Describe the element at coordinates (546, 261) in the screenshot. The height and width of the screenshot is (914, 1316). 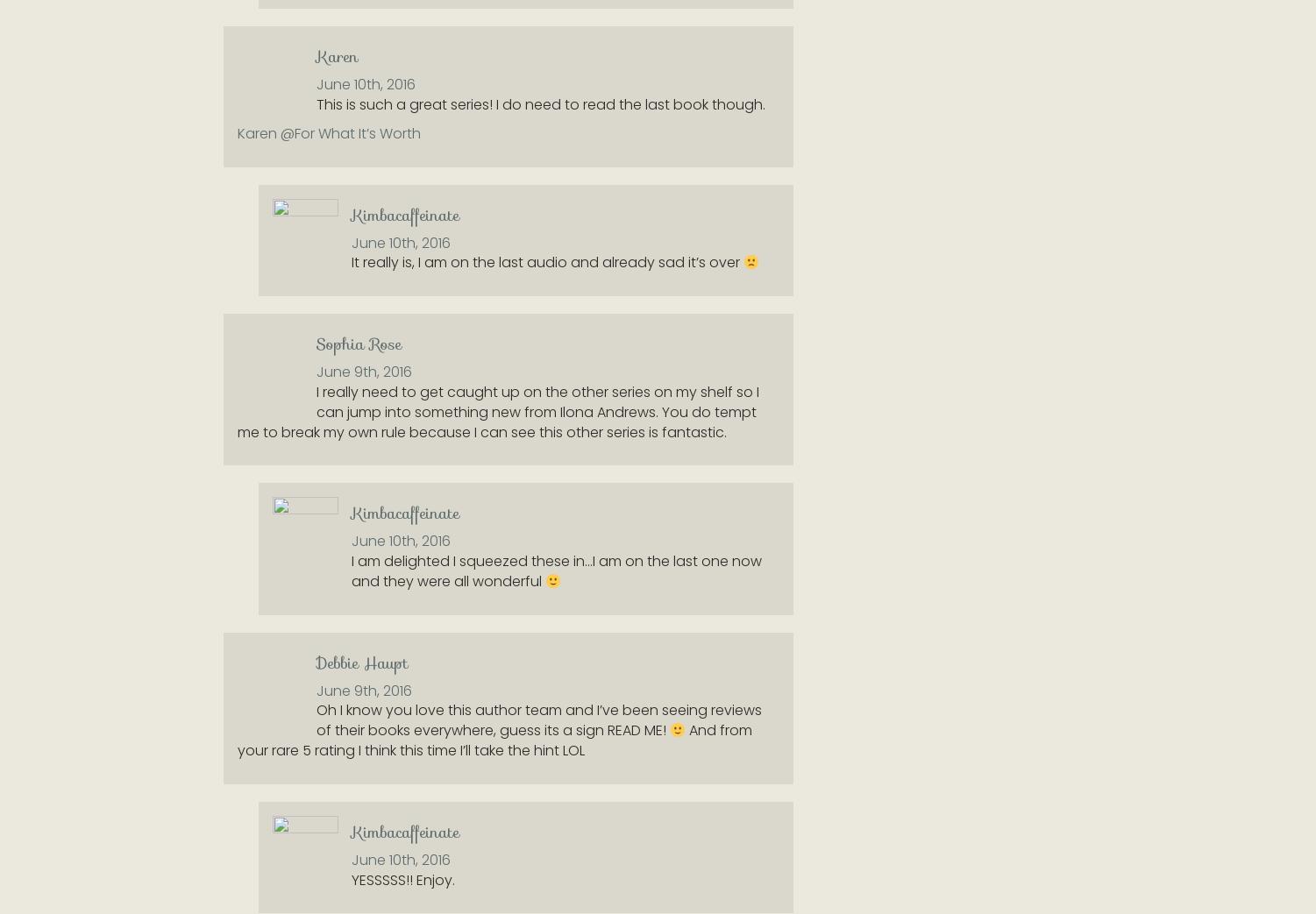
I see `'It really is, I am on the last audio and already sad it’s over'` at that location.